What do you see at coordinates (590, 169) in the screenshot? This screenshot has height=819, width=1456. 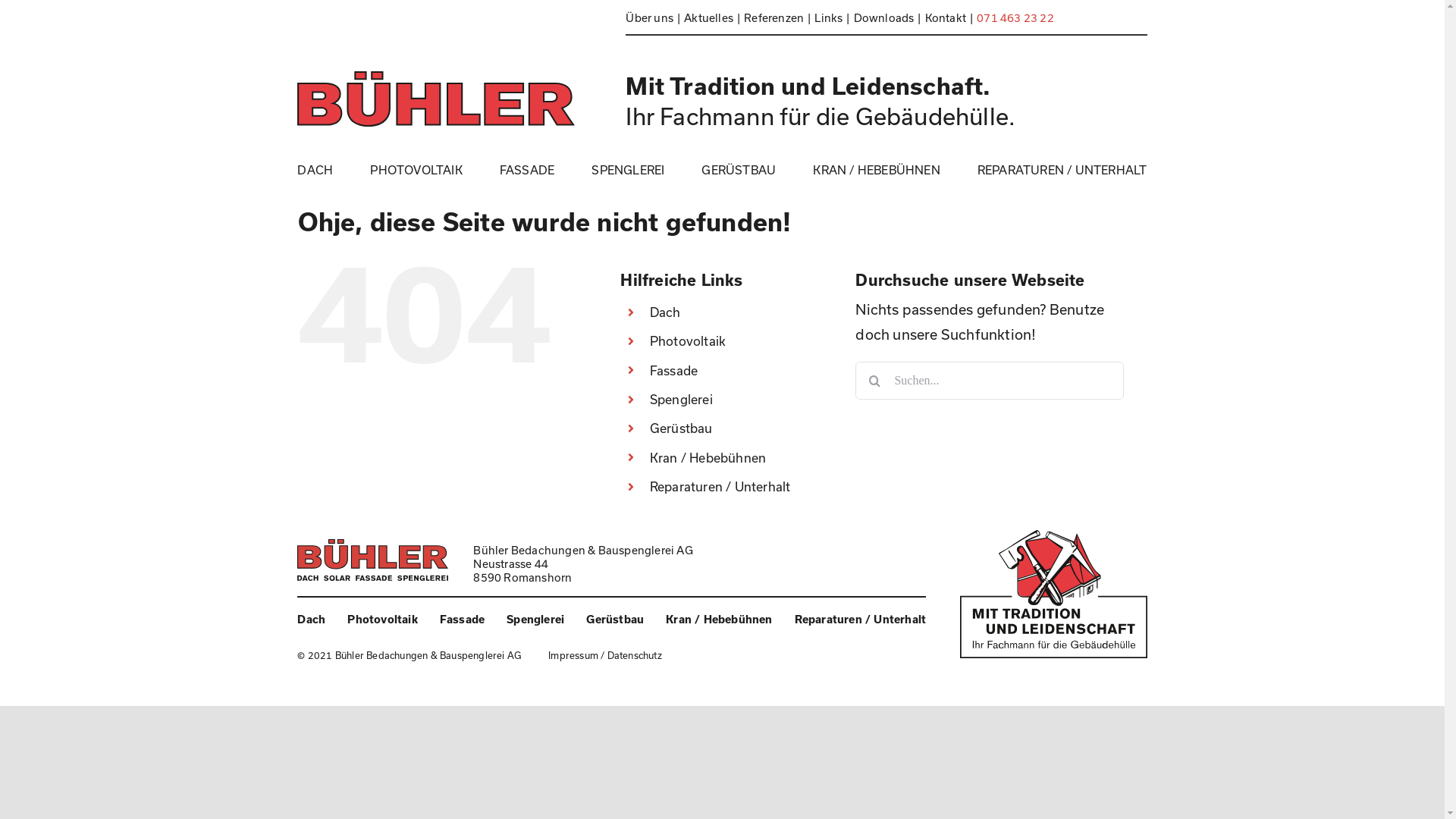 I see `'SPENGLEREI'` at bounding box center [590, 169].